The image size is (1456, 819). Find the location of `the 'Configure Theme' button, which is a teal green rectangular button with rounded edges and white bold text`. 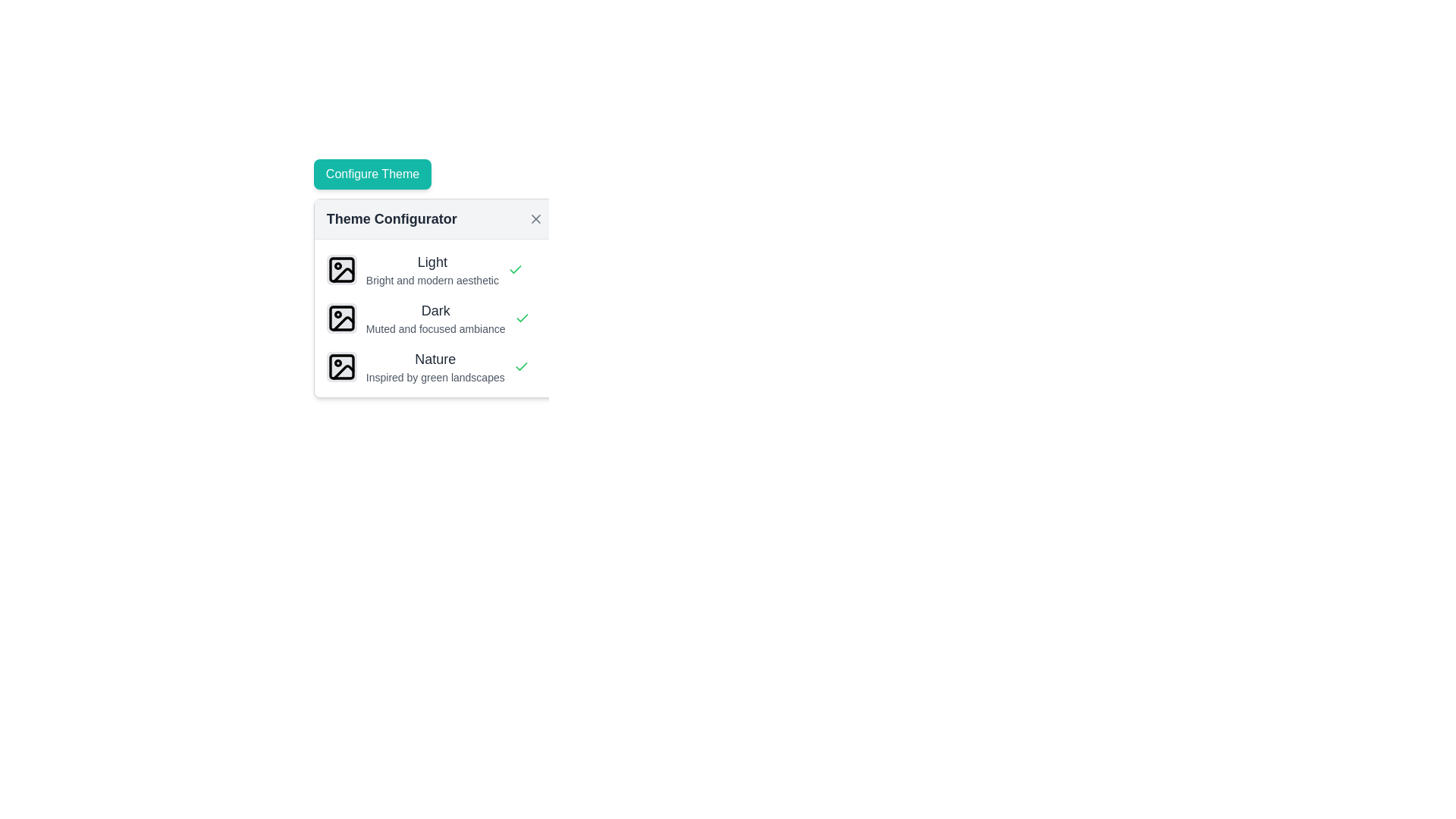

the 'Configure Theme' button, which is a teal green rectangular button with rounded edges and white bold text is located at coordinates (372, 174).